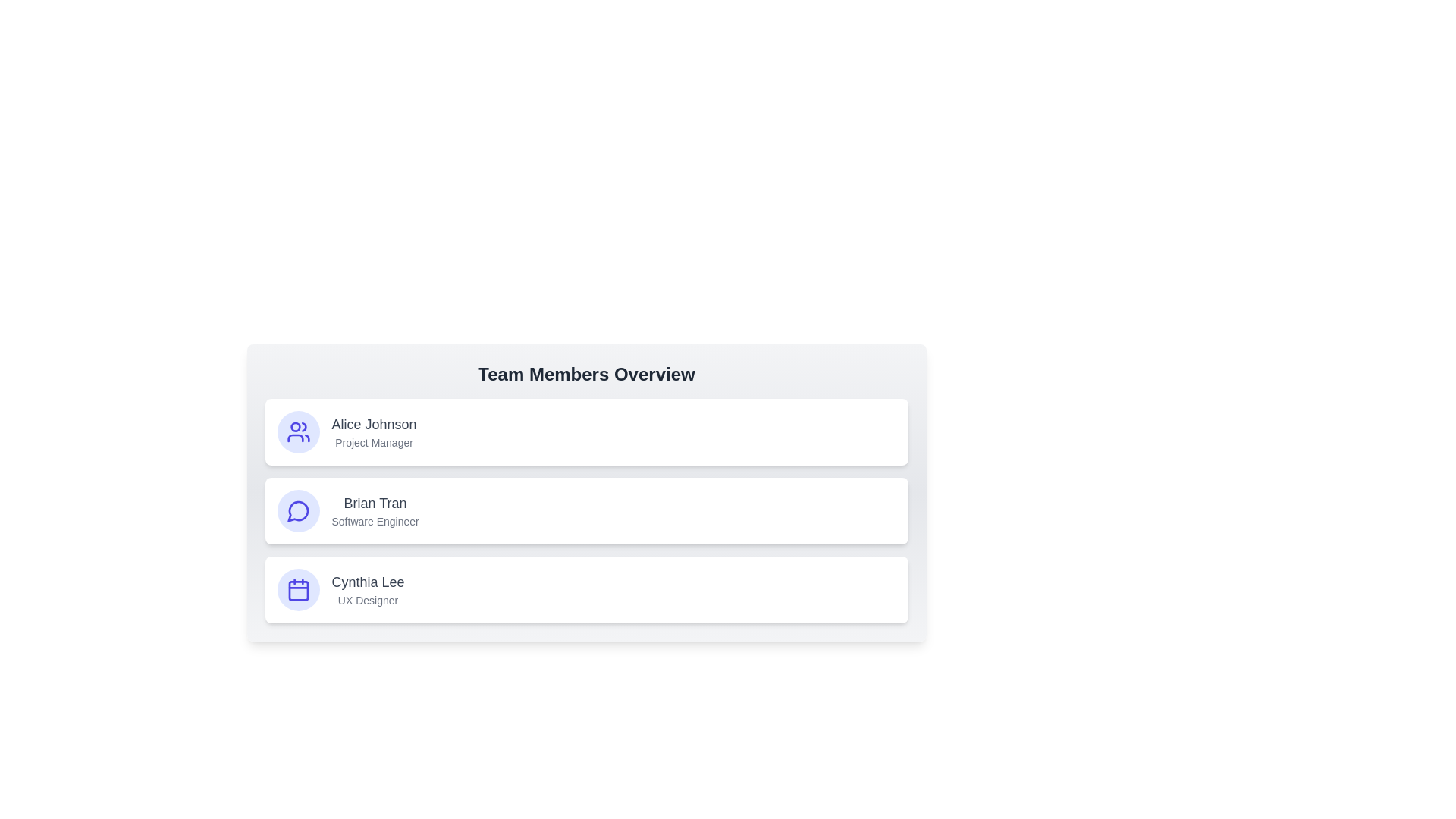  Describe the element at coordinates (585, 589) in the screenshot. I see `the card of the team member Cynthia Lee to select them` at that location.